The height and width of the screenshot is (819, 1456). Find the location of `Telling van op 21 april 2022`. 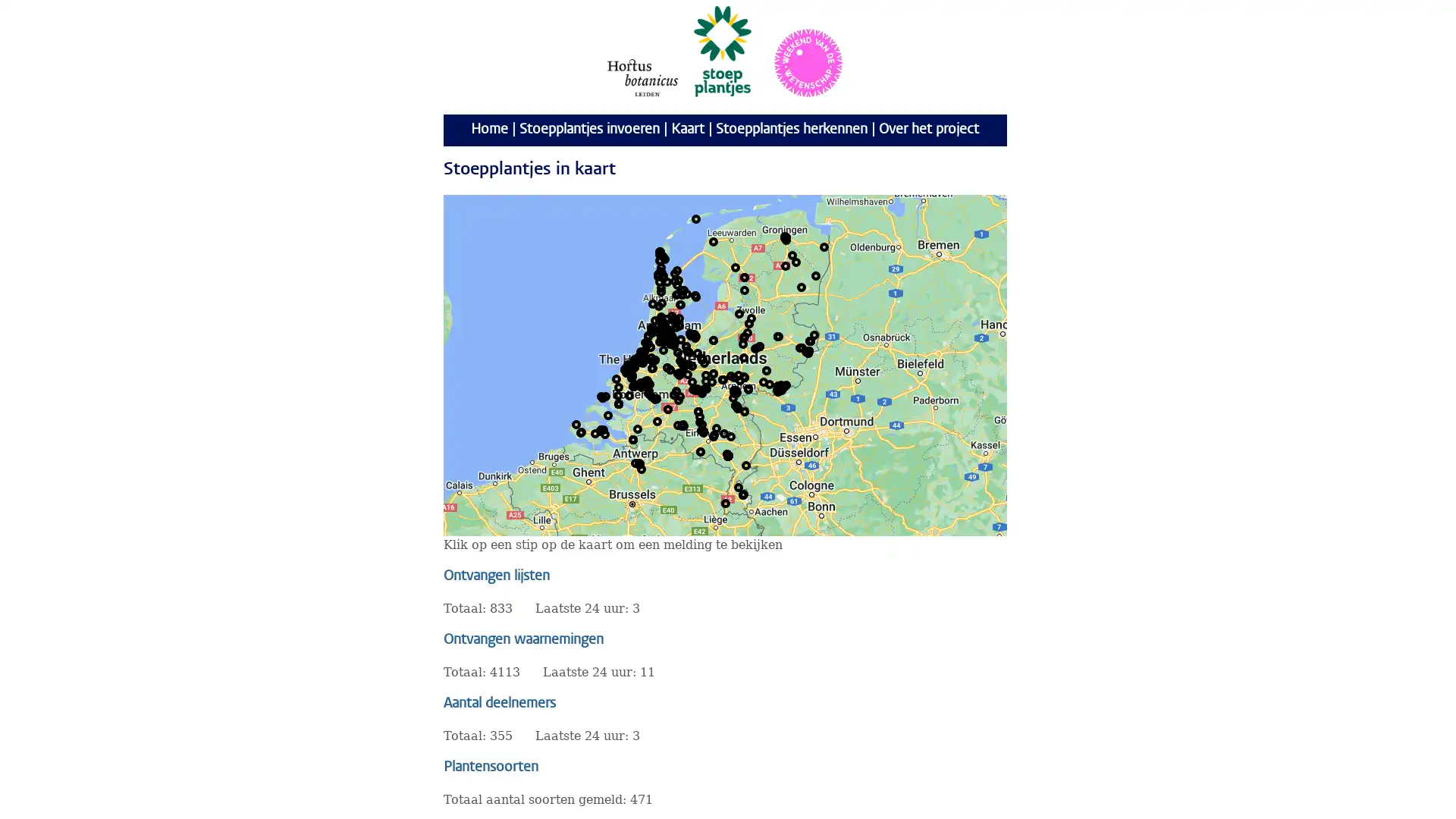

Telling van op 21 april 2022 is located at coordinates (656, 397).